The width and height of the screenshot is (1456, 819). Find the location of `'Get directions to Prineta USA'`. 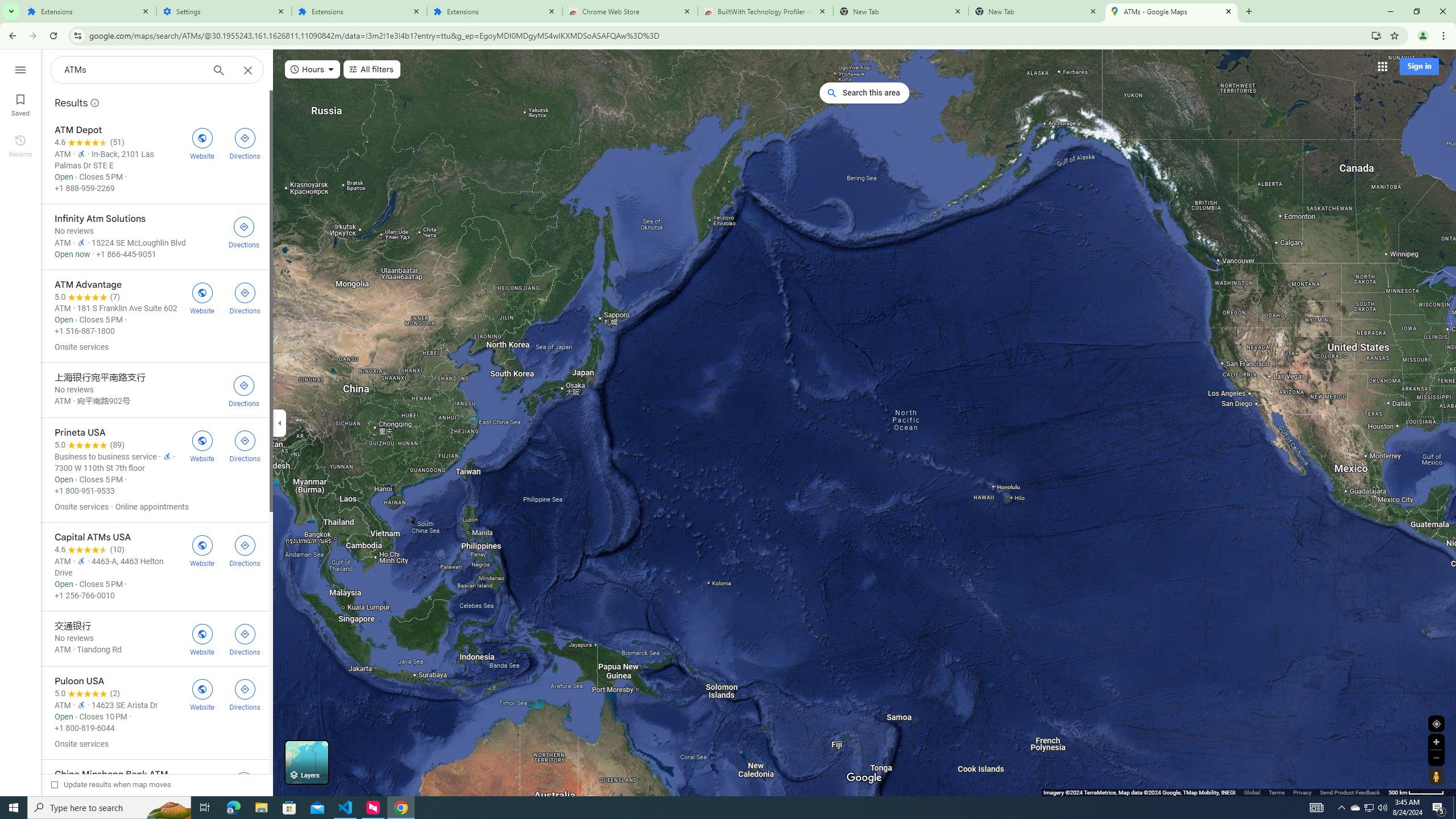

'Get directions to Prineta USA' is located at coordinates (245, 445).